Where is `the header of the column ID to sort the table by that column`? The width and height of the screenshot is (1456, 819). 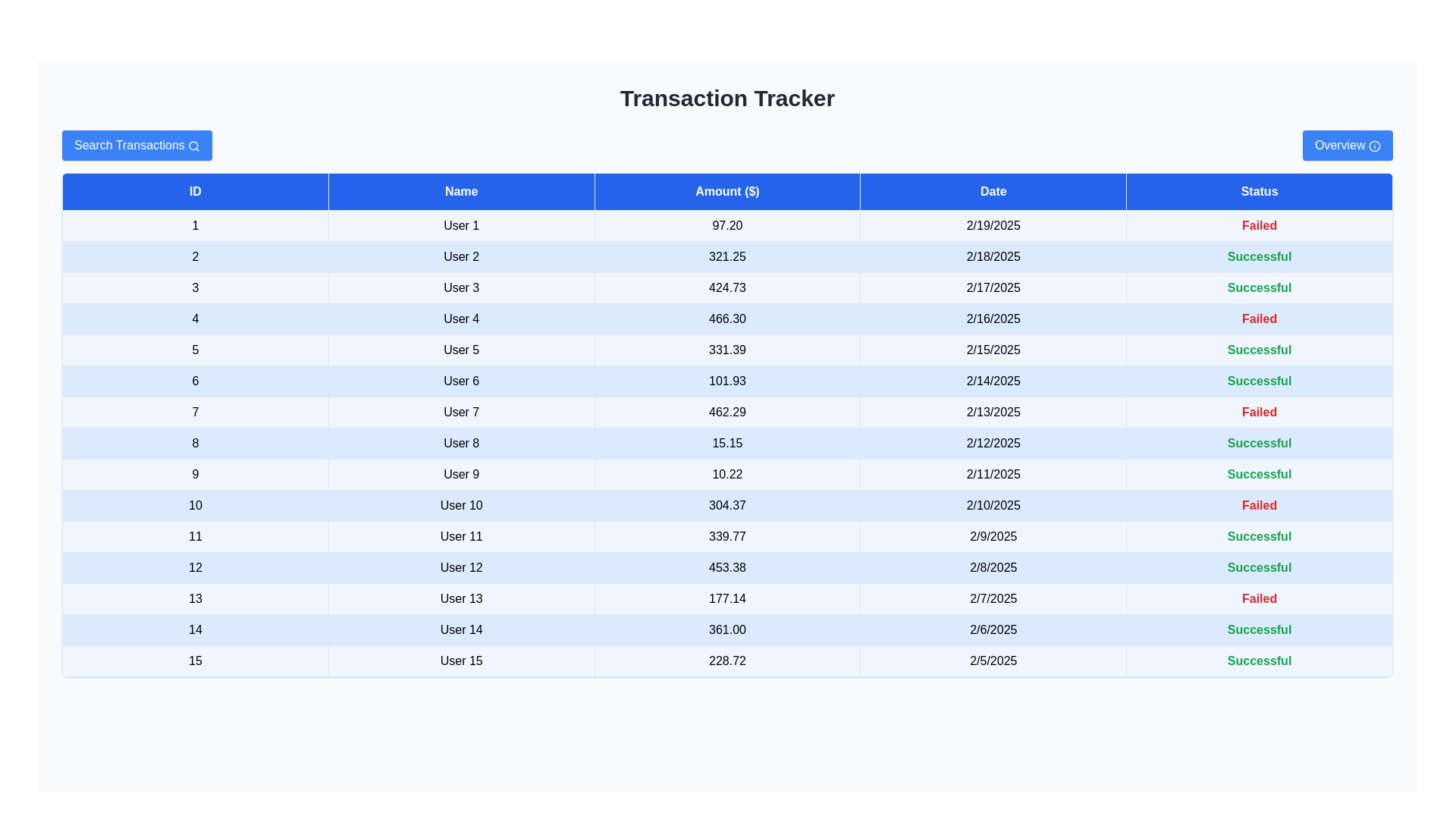 the header of the column ID to sort the table by that column is located at coordinates (194, 191).